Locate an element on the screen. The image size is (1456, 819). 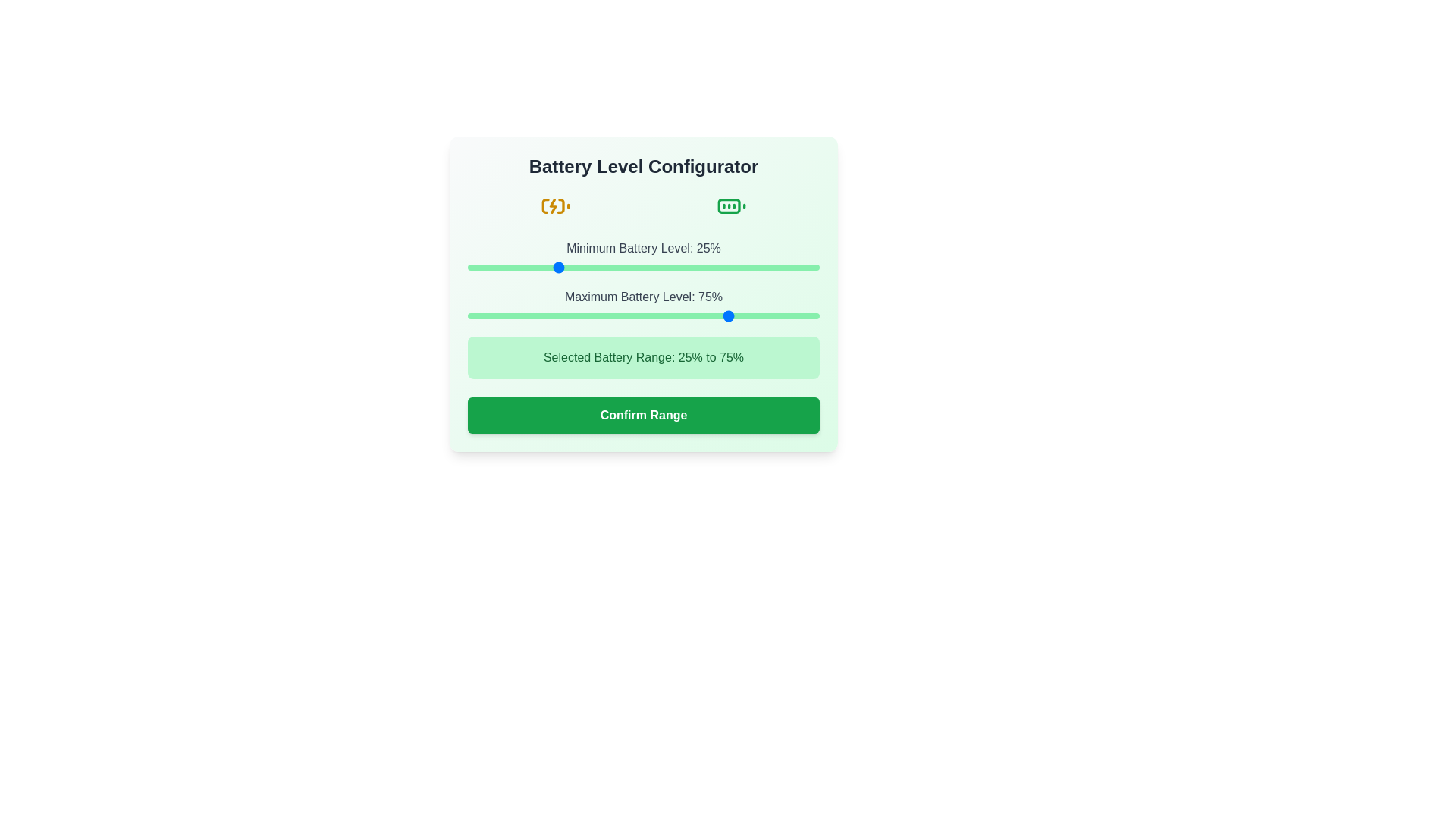
header text 'Battery Level Configurator' which is a bold, center-aligned text element located at the top of the form area is located at coordinates (644, 166).